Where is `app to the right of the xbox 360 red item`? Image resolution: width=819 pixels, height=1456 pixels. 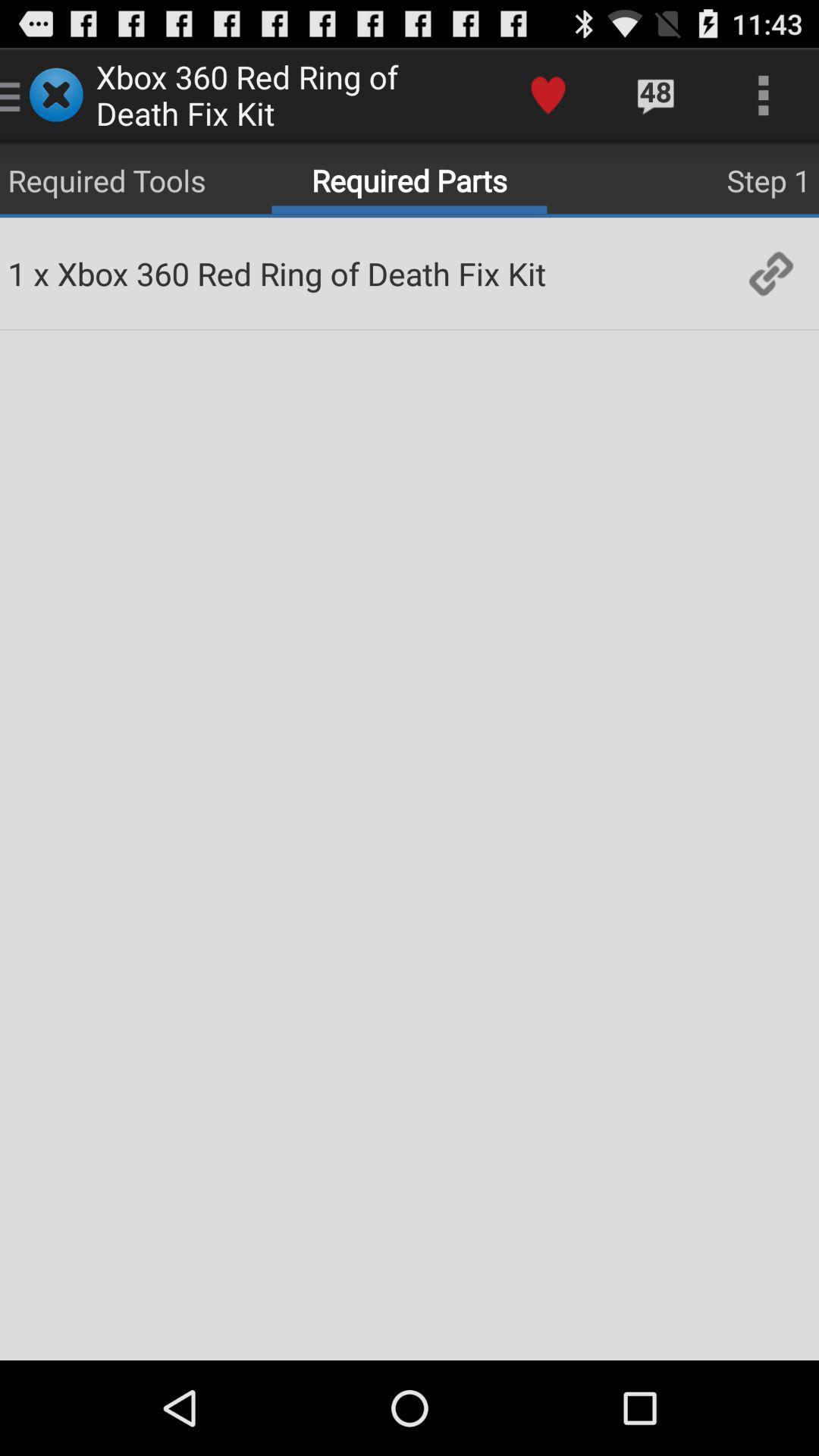 app to the right of the xbox 360 red item is located at coordinates (548, 94).